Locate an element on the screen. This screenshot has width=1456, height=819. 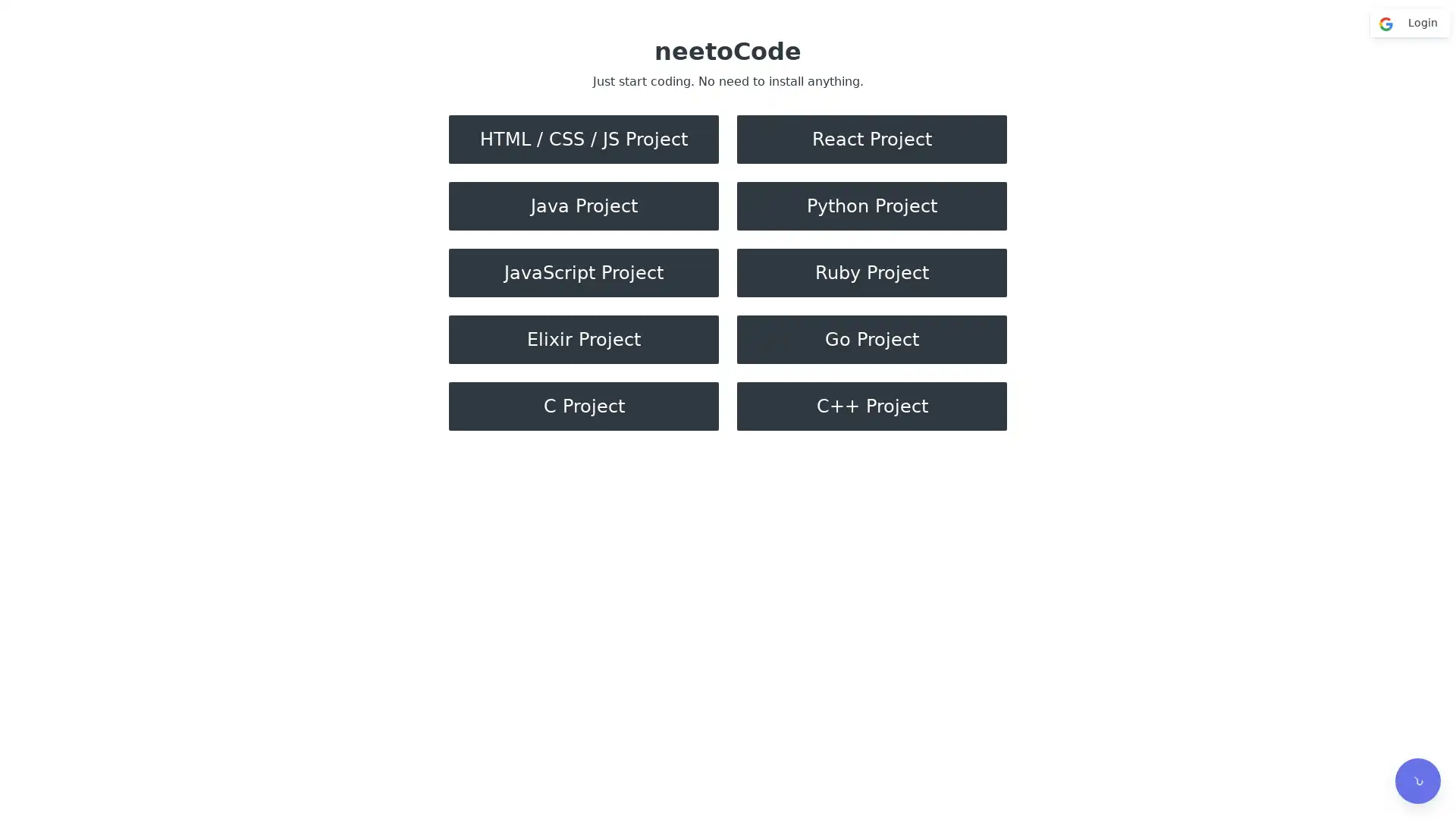
HTML / CSS / JS Project is located at coordinates (582, 140).